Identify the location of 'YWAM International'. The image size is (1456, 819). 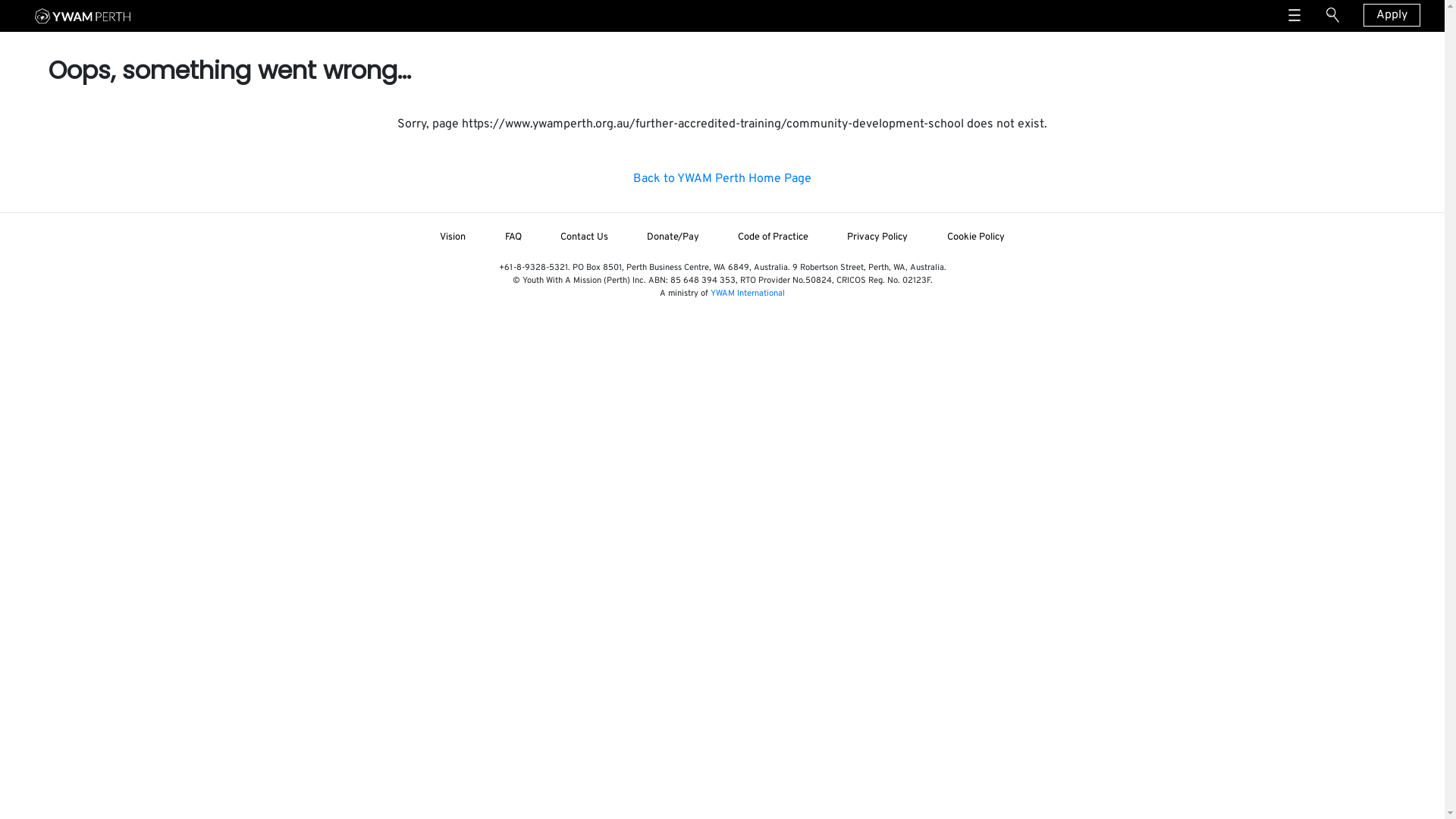
(747, 293).